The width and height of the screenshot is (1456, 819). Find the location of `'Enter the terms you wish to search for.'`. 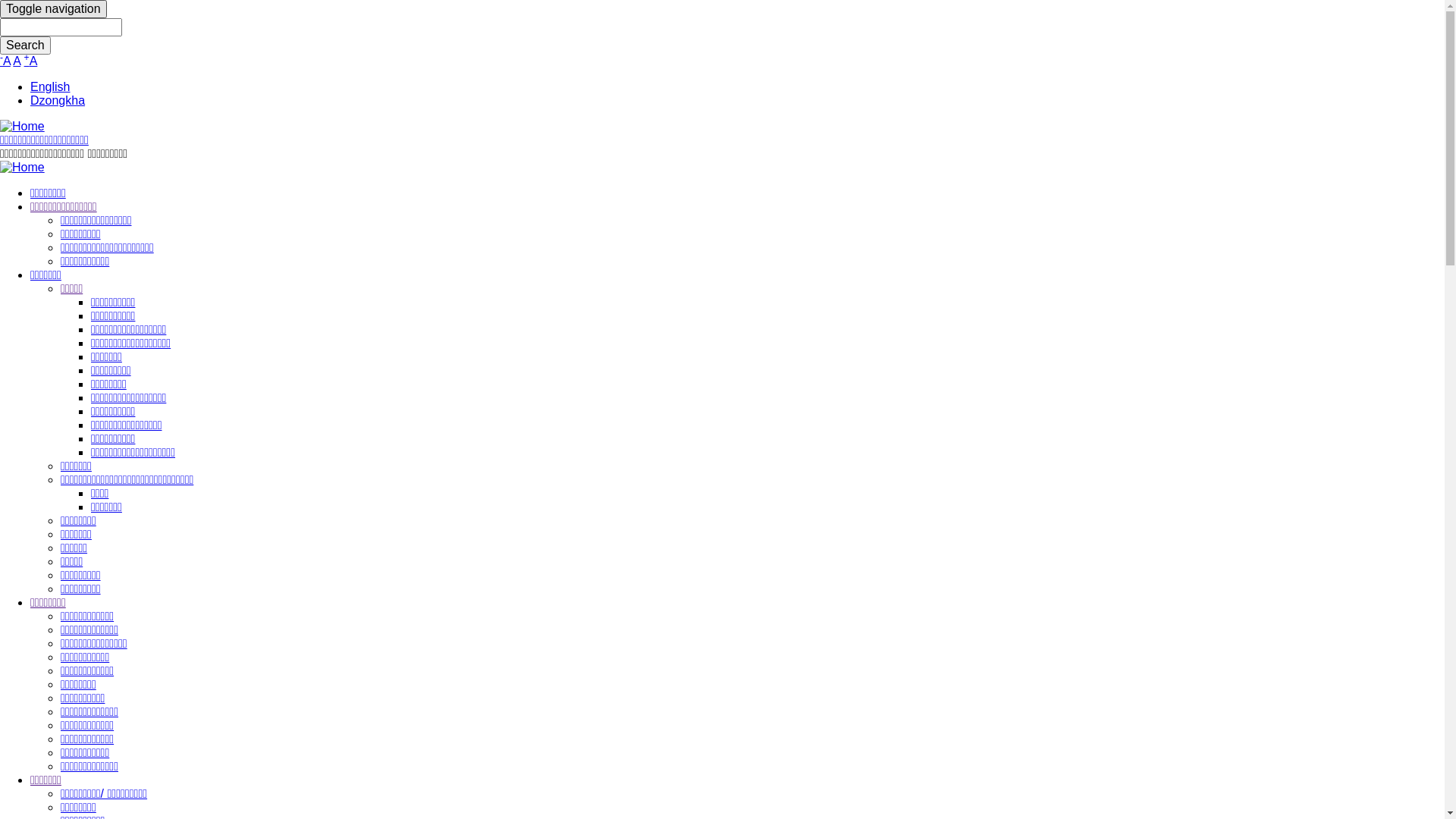

'Enter the terms you wish to search for.' is located at coordinates (61, 27).